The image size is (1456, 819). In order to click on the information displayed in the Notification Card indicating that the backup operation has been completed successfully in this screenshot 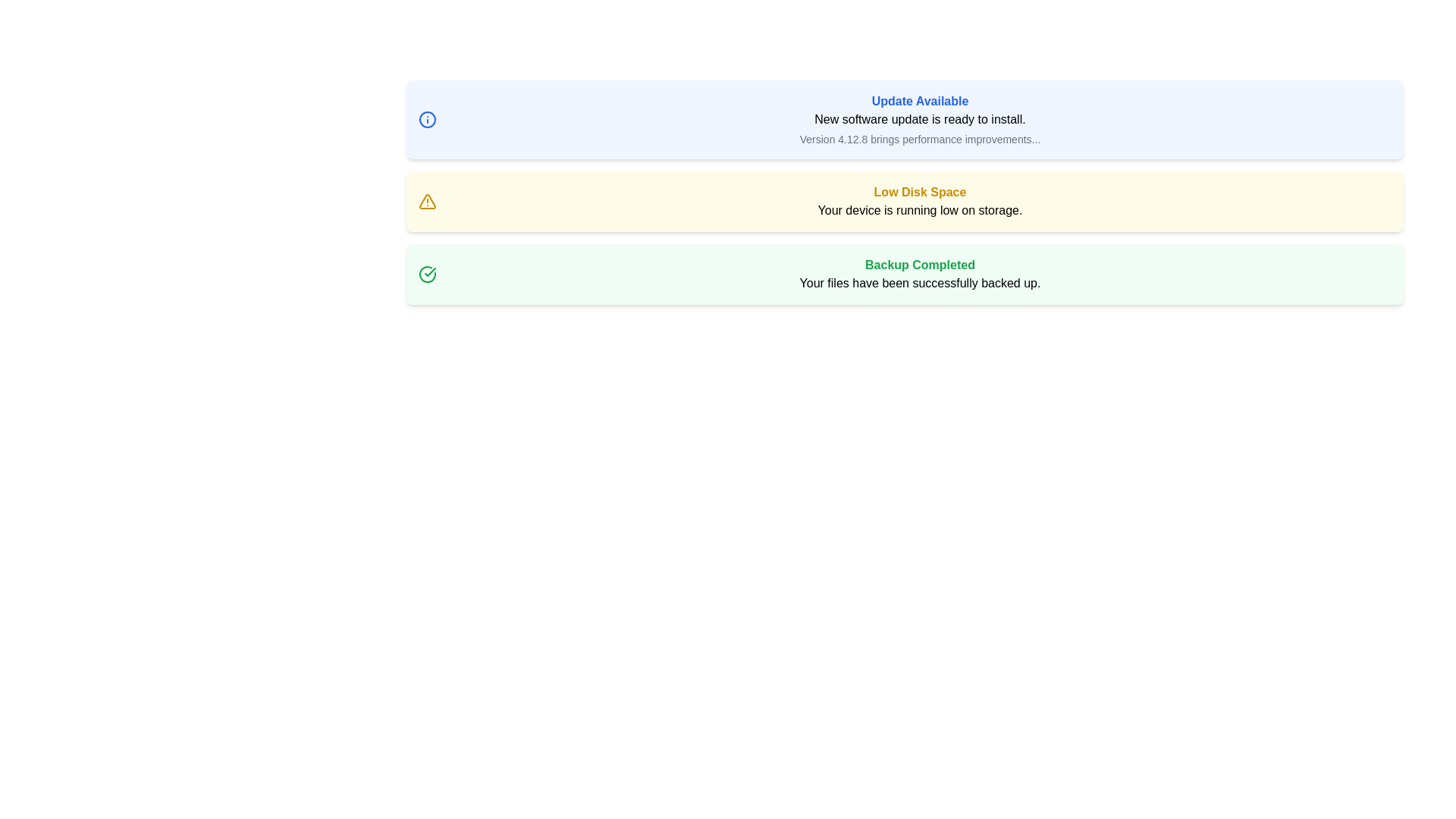, I will do `click(905, 275)`.